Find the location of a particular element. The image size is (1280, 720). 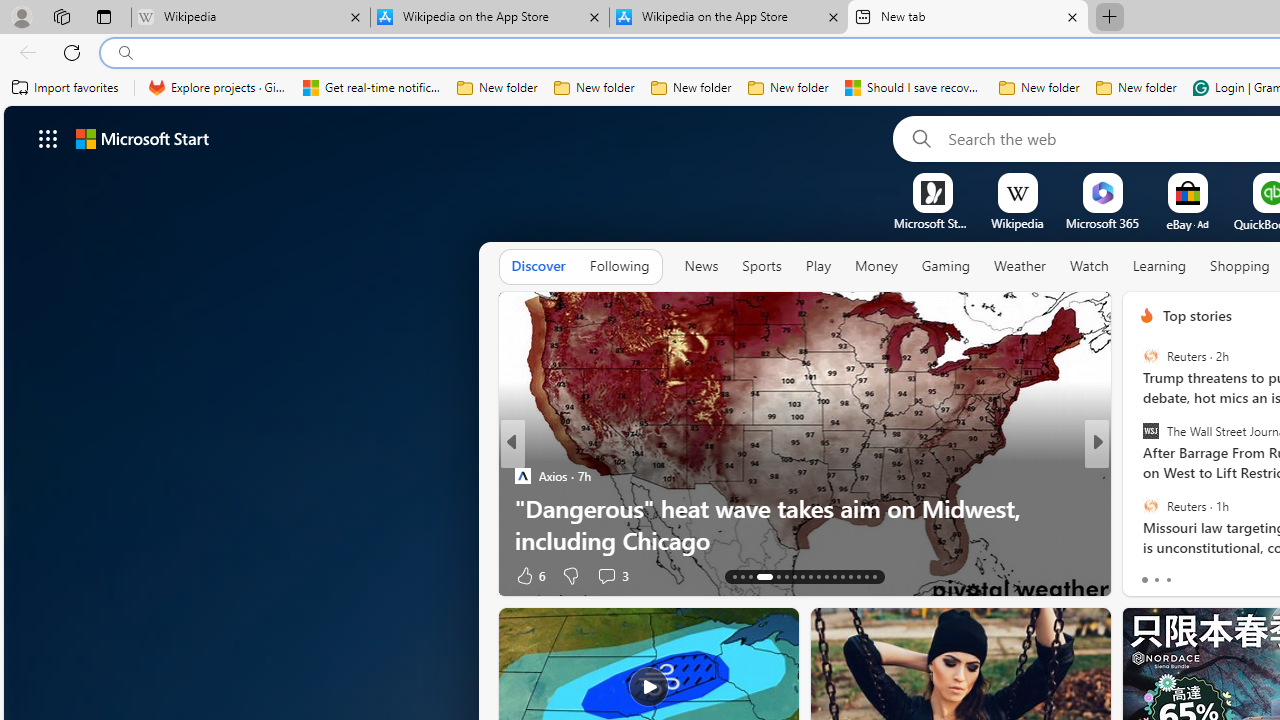

'135 Like' is located at coordinates (1152, 575).